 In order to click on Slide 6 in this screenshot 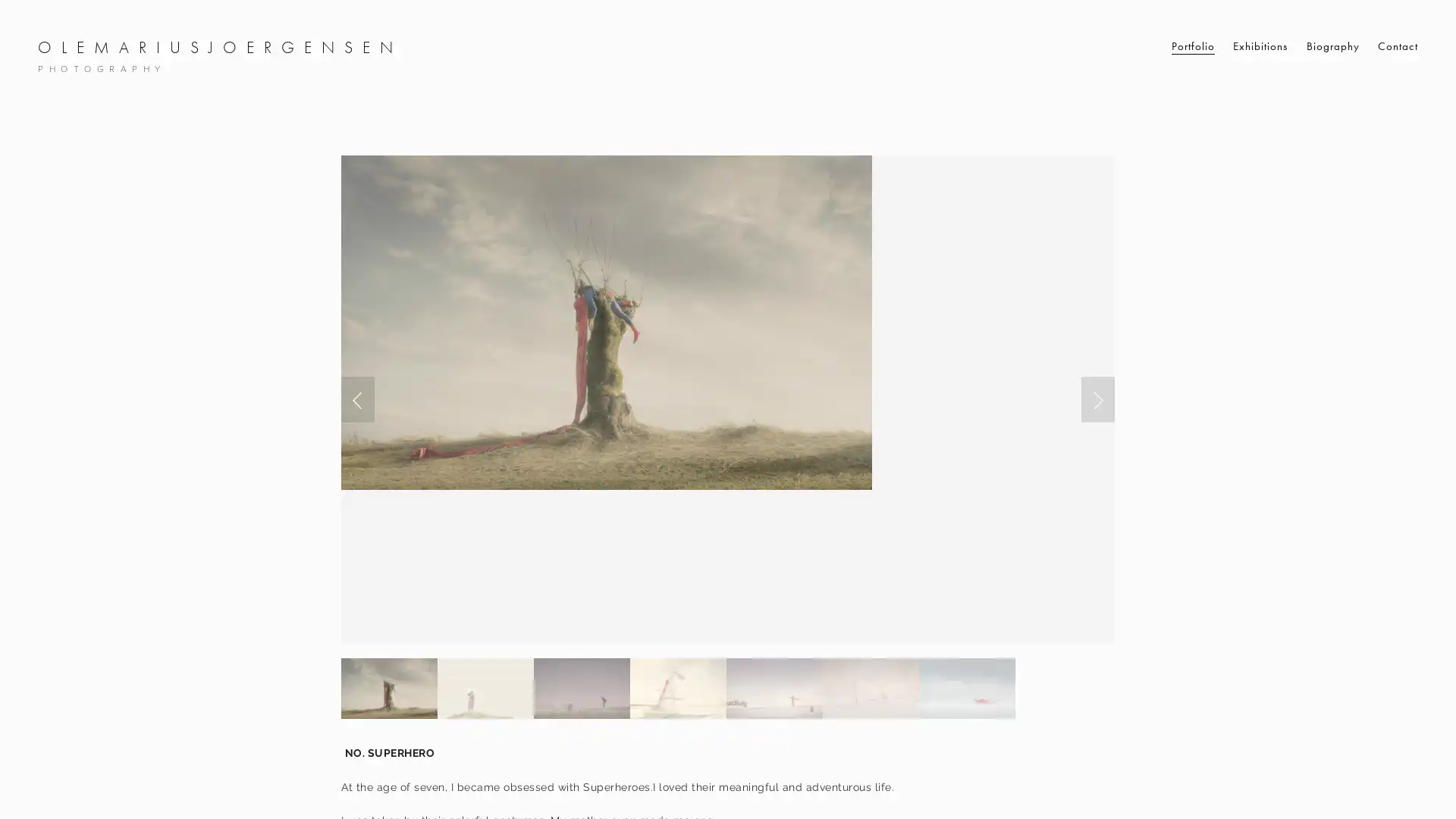, I will do `click(919, 687)`.